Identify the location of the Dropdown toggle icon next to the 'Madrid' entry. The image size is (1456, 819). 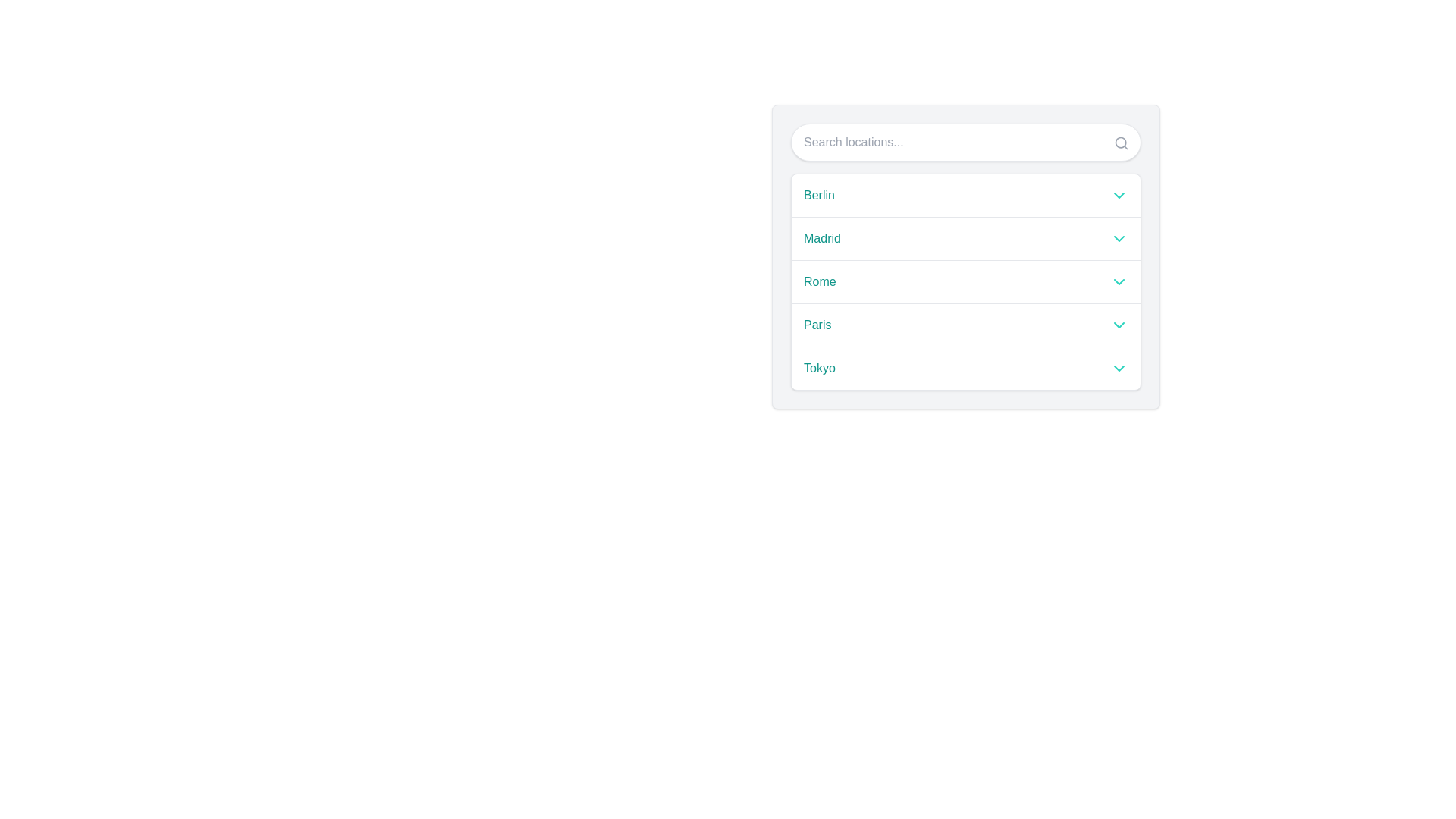
(1119, 239).